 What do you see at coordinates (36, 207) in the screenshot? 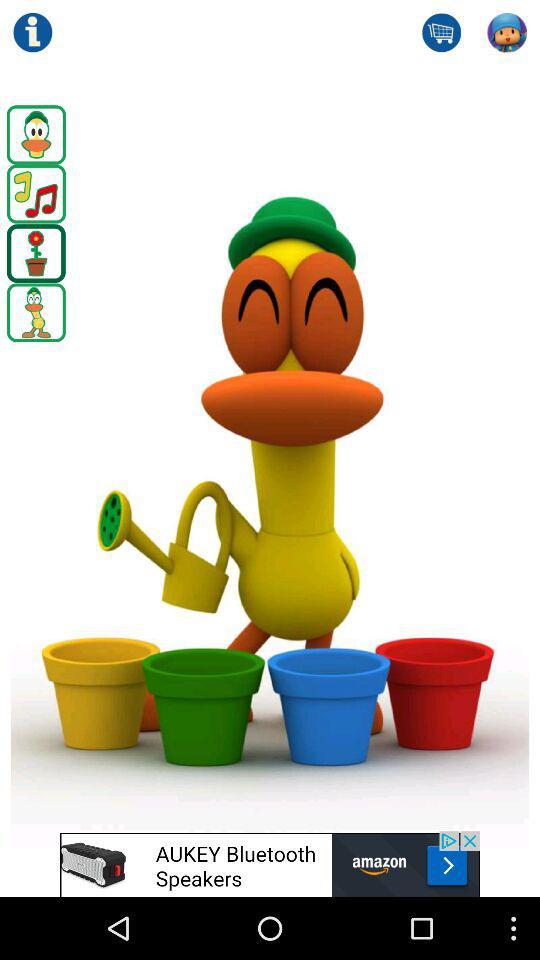
I see `the music icon` at bounding box center [36, 207].